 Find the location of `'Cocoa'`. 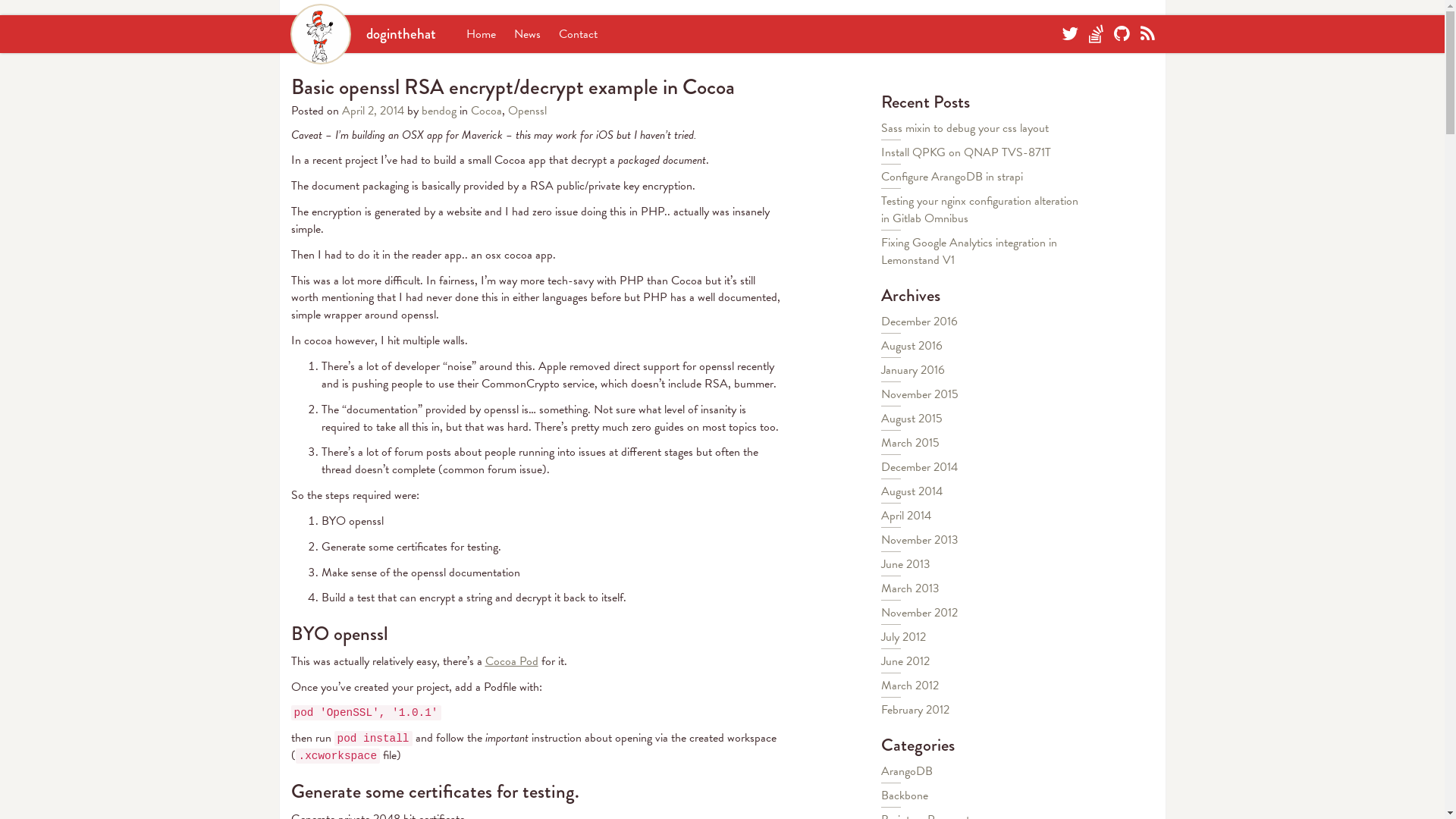

'Cocoa' is located at coordinates (469, 110).